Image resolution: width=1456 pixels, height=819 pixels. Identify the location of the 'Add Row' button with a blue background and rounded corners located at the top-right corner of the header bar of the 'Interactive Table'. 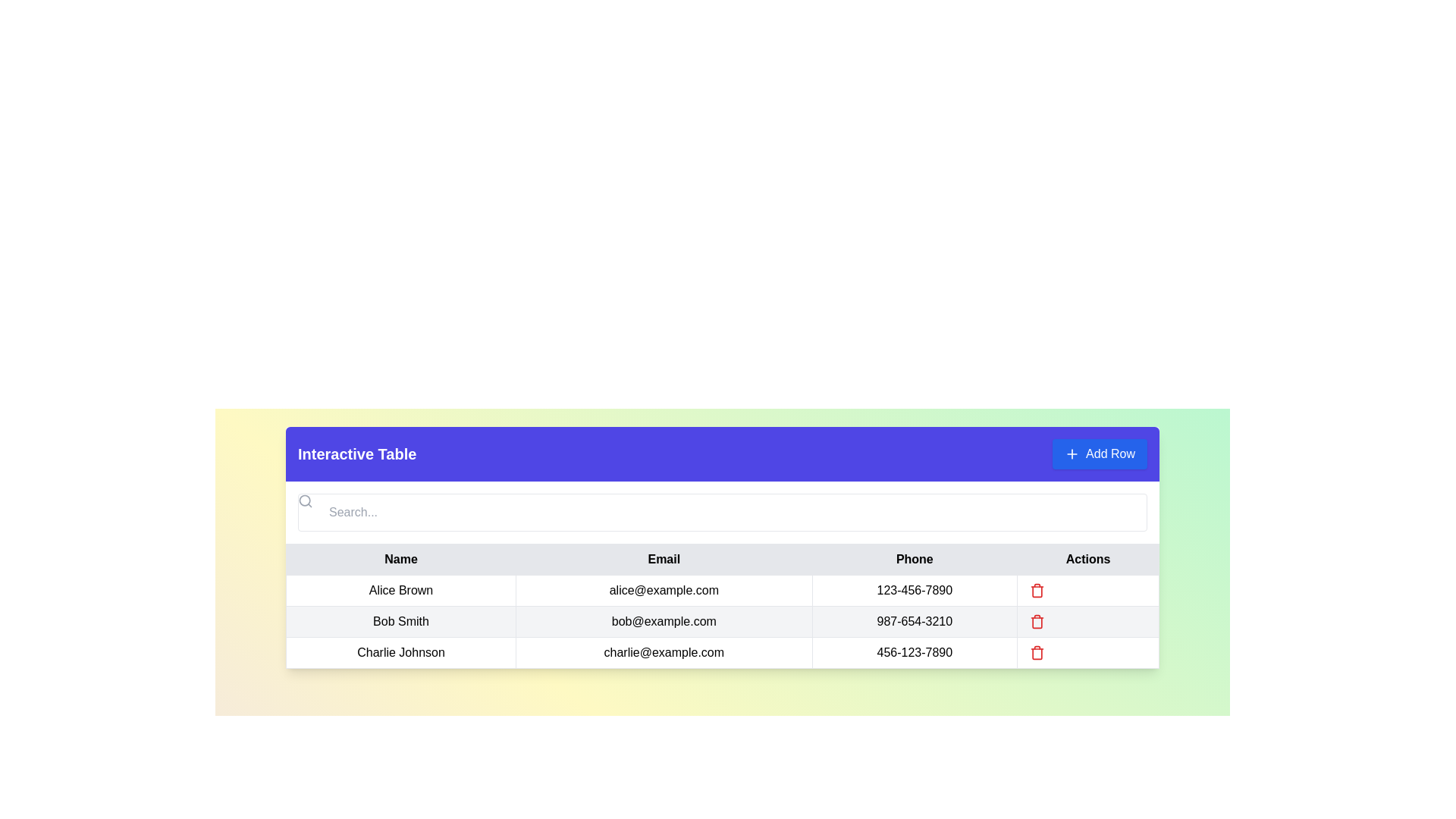
(1099, 453).